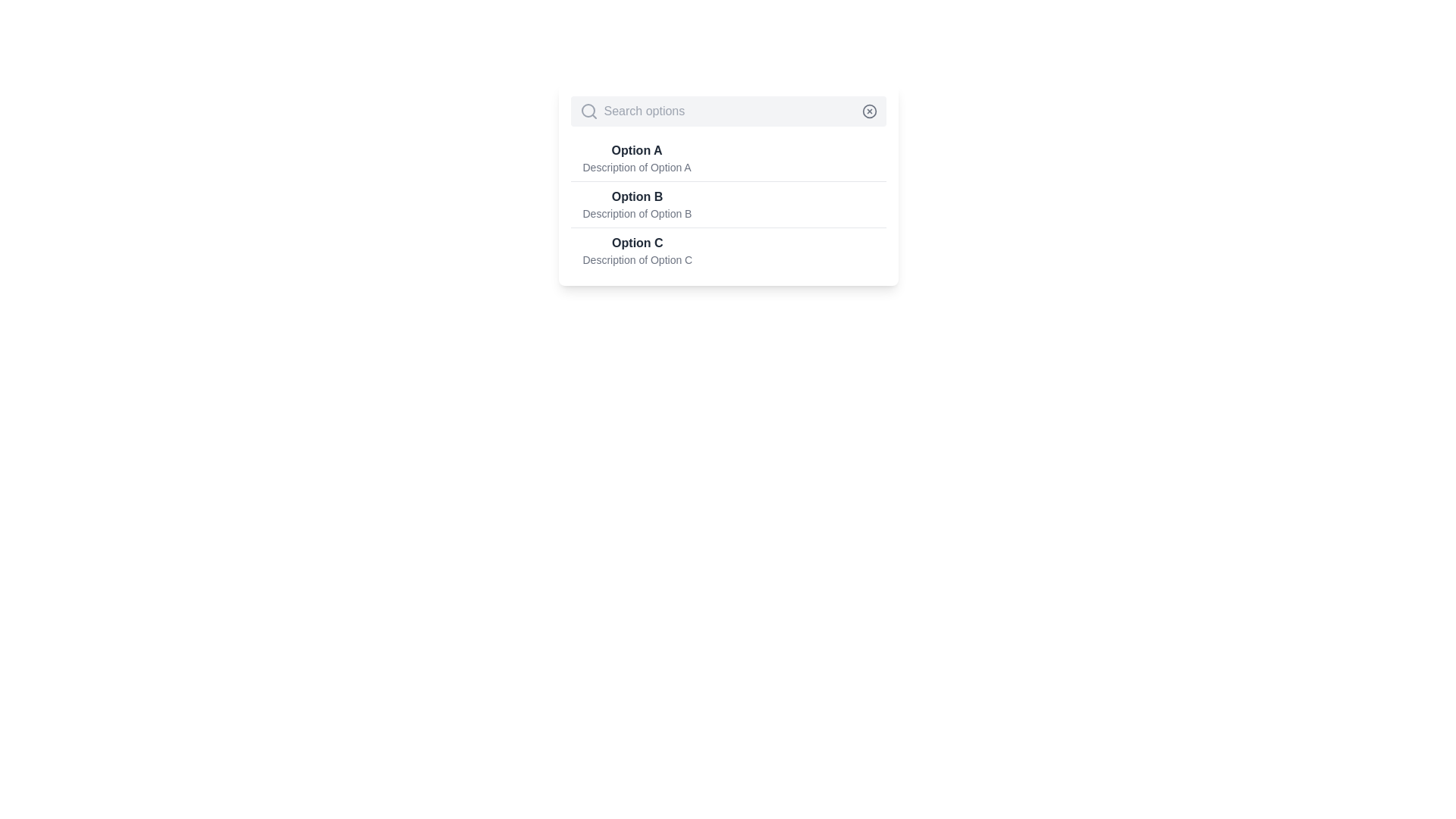 This screenshot has height=819, width=1456. Describe the element at coordinates (637, 213) in the screenshot. I see `text content of the small text component that says 'Description of Option B', which is located in the dropdown list below the 'Option B' heading` at that location.